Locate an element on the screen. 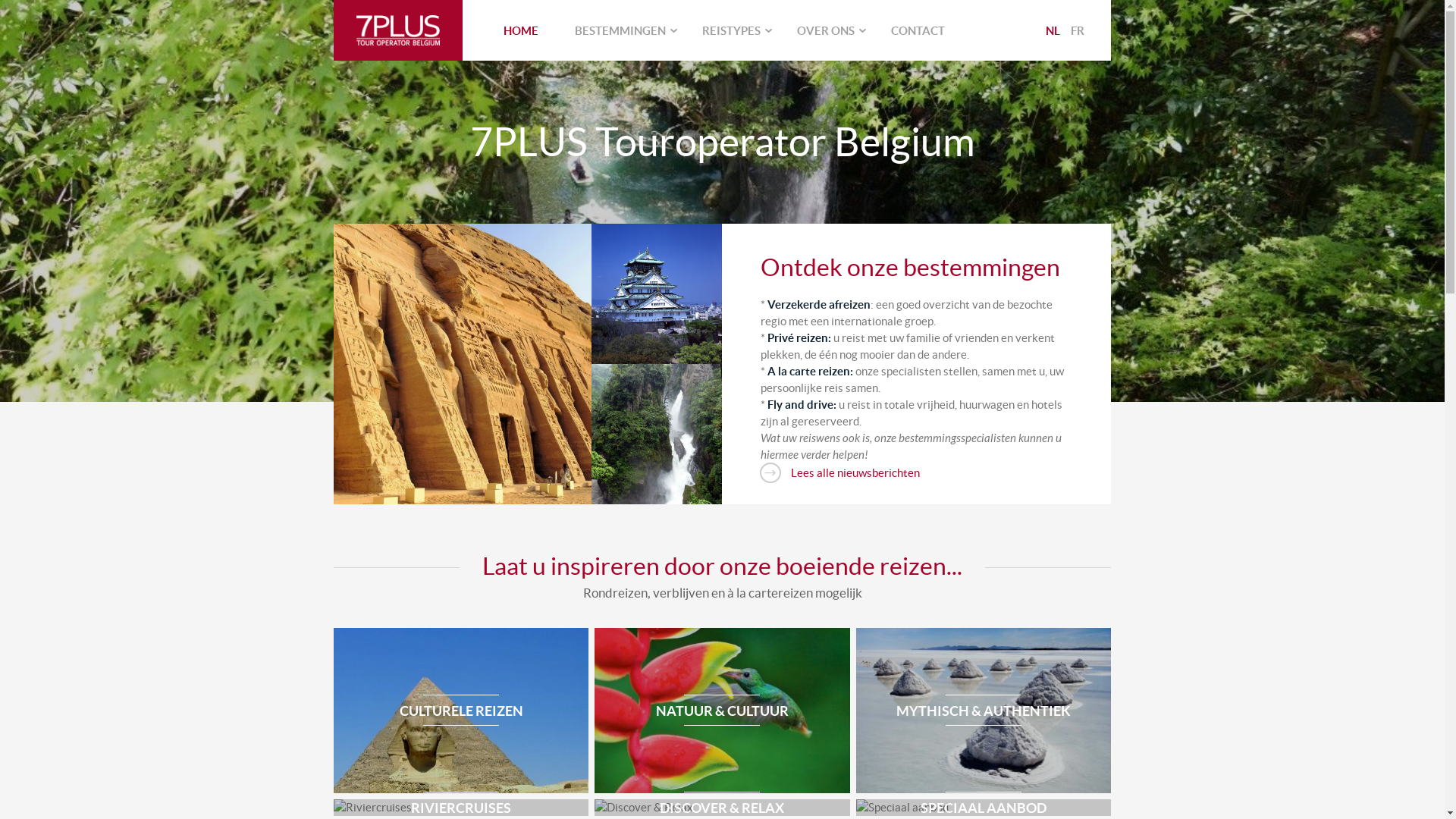  'Discover & Relax' is located at coordinates (720, 806).